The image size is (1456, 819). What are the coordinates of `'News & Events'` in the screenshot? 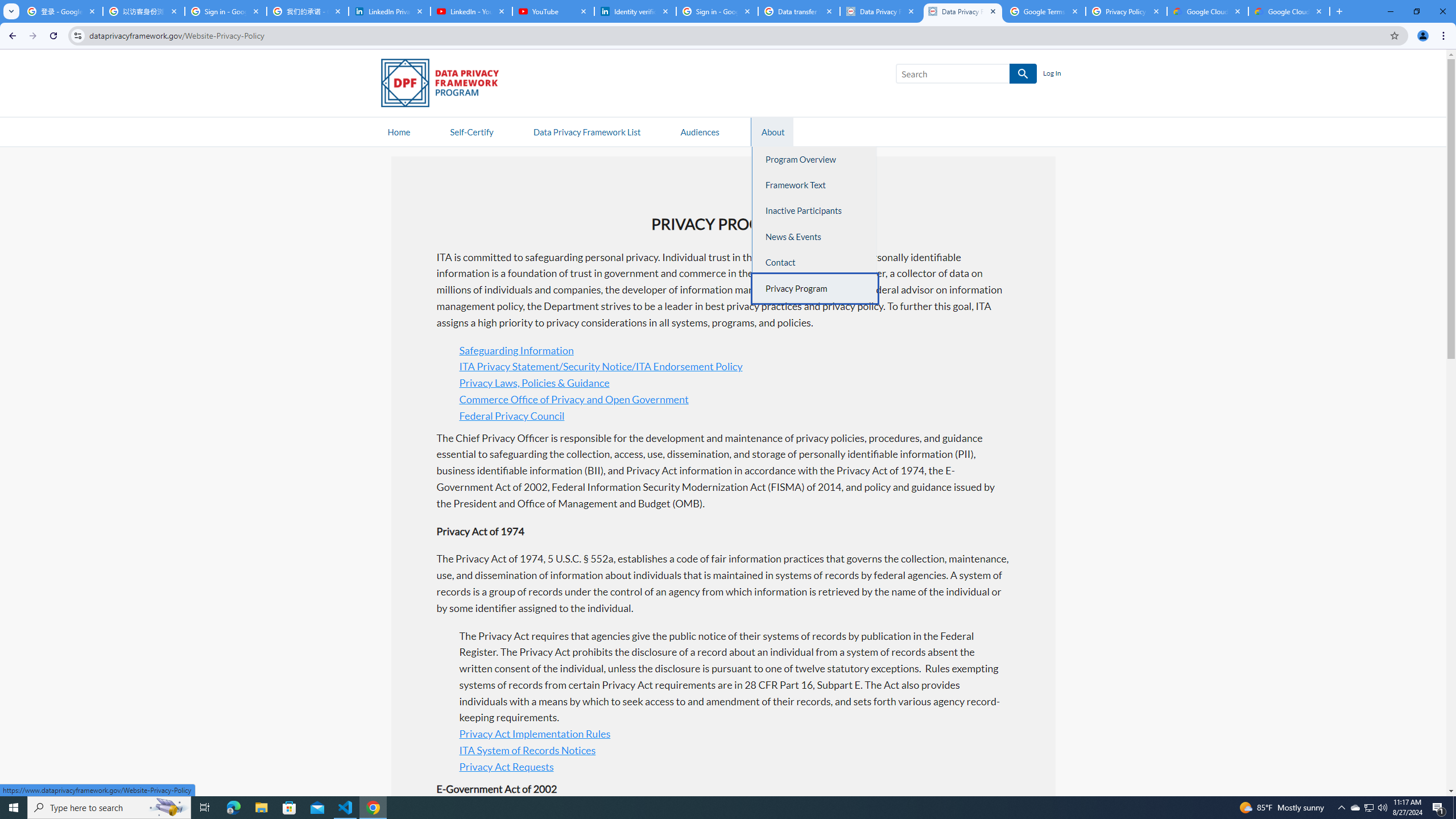 It's located at (814, 236).